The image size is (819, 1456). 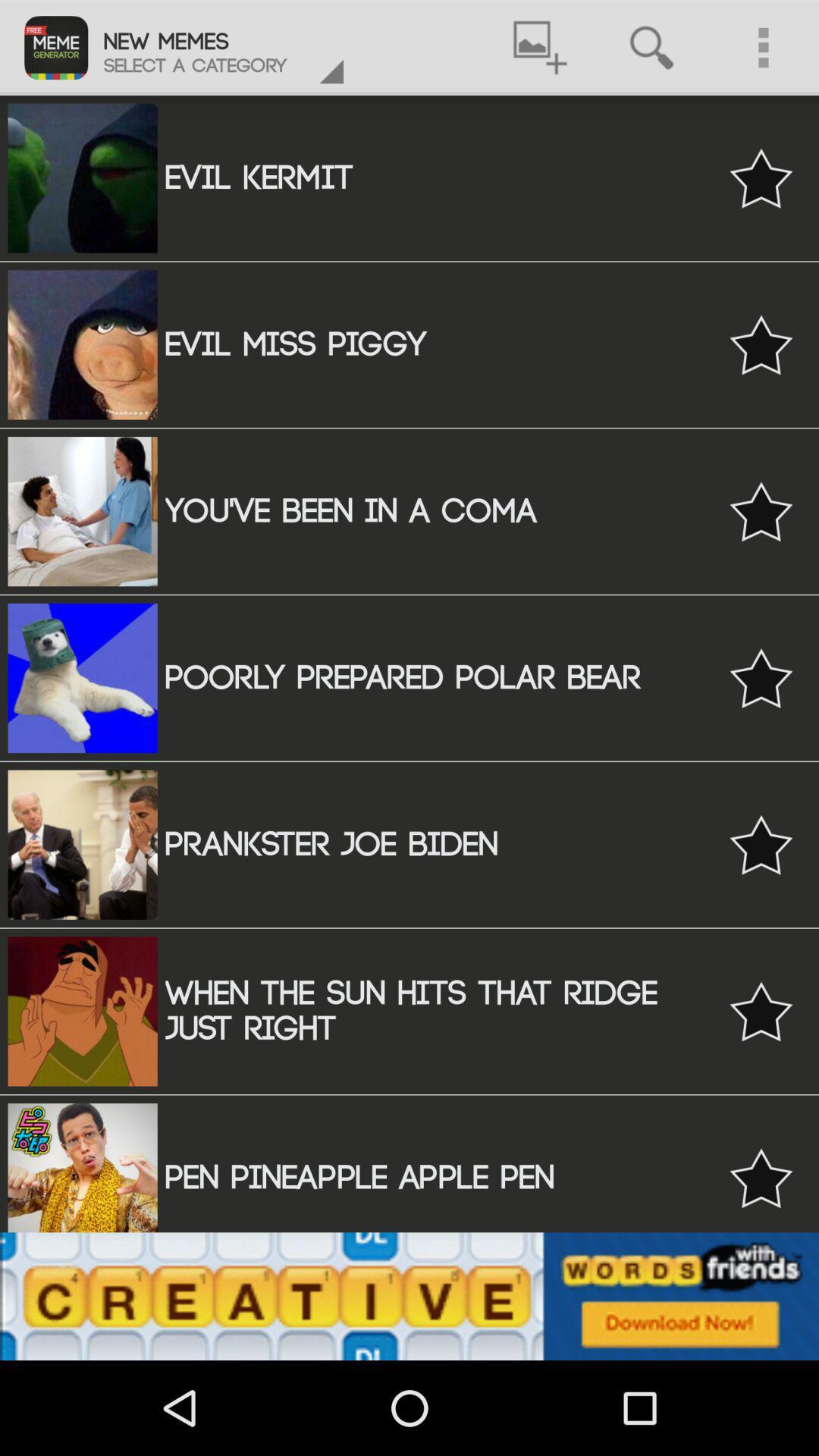 I want to click on rivewi button, so click(x=761, y=1177).